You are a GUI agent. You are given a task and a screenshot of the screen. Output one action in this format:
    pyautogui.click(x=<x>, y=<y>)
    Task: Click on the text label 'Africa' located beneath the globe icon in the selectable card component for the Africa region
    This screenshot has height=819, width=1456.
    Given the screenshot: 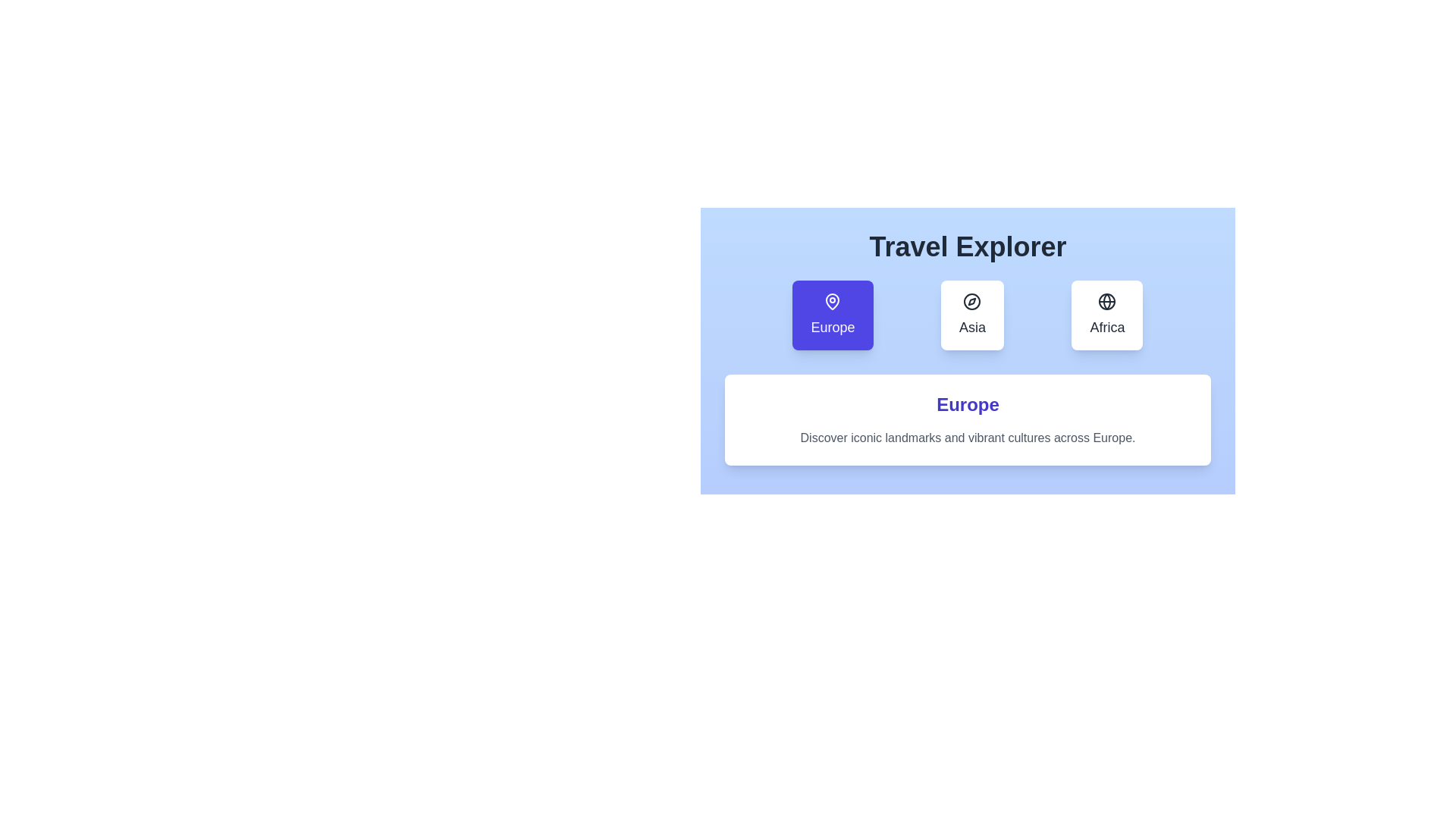 What is the action you would take?
    pyautogui.click(x=1107, y=327)
    